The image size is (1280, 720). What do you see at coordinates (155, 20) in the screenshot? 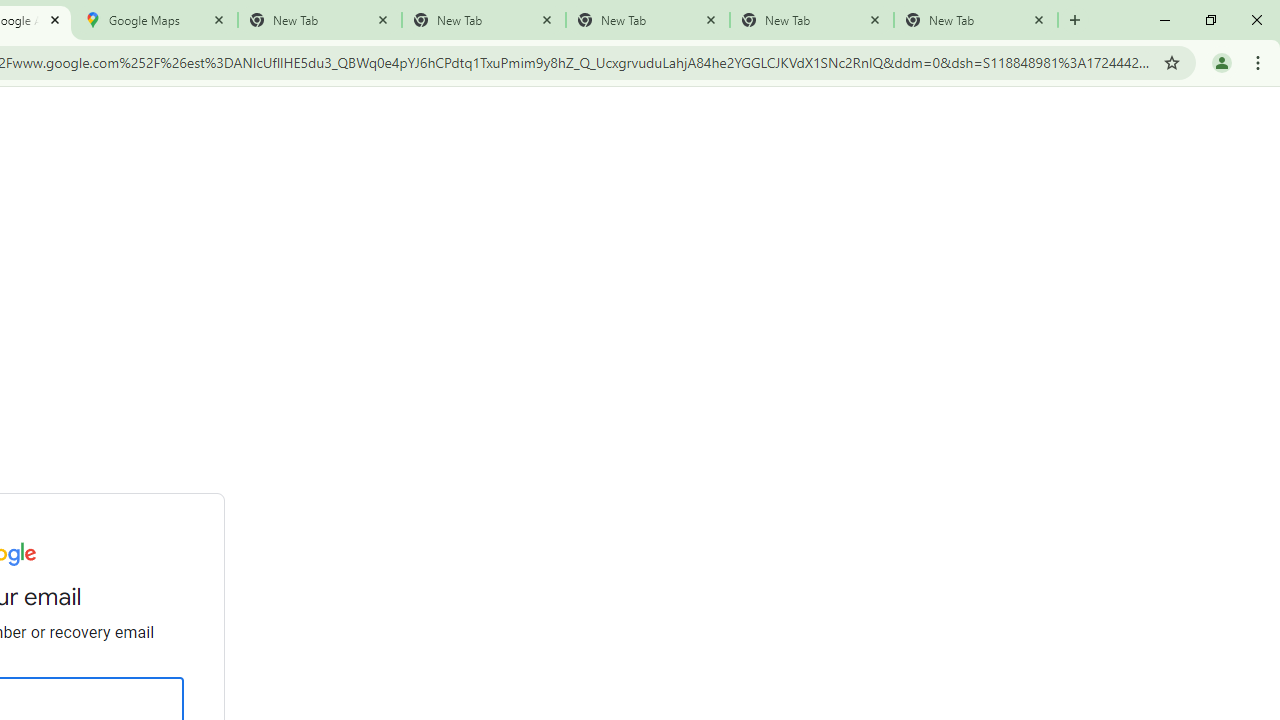
I see `'Google Maps'` at bounding box center [155, 20].